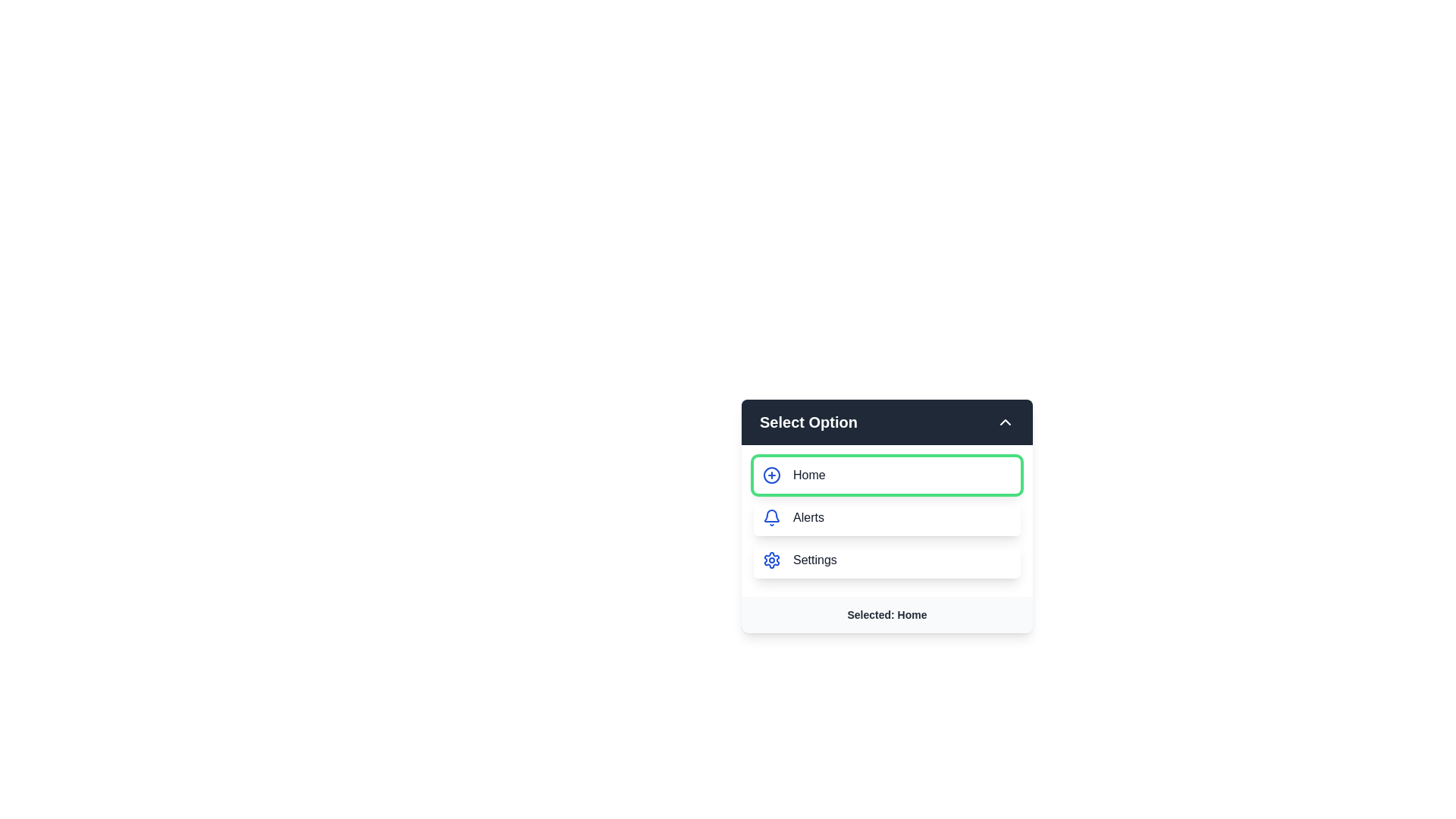 This screenshot has height=819, width=1456. I want to click on the 'Alerts' button, which is the second option in the vertically aligned group of options, positioned below 'Home' and above 'Settings', so click(887, 516).